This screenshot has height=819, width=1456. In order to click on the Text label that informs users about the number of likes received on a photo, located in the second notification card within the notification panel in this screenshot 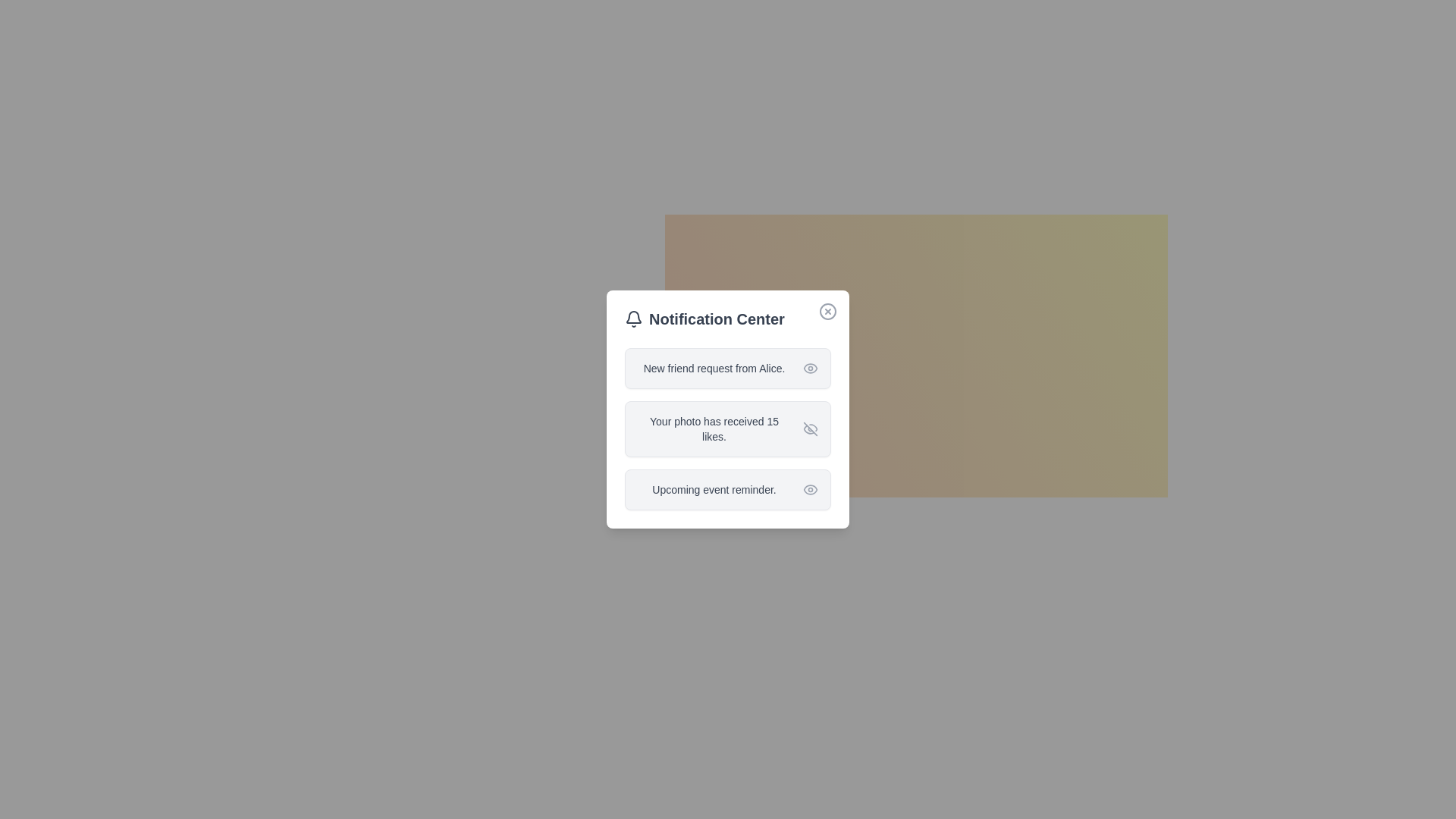, I will do `click(713, 429)`.